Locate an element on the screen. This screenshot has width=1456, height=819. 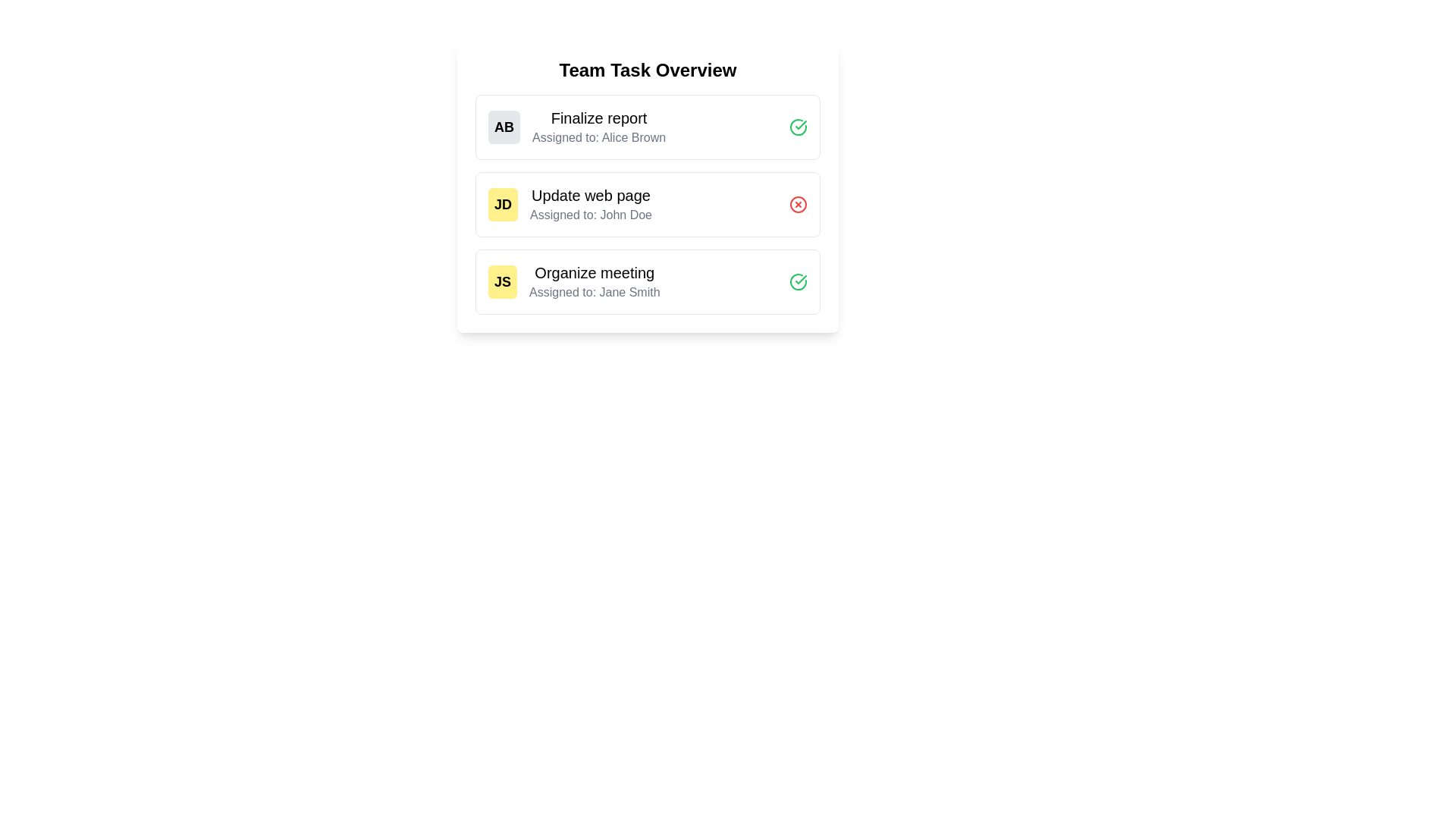
the green circular icon with a checkmark associated with the completed task 'Organize meeting' assigned to 'Jane Smith', located towards the right side of the task entry is located at coordinates (797, 281).